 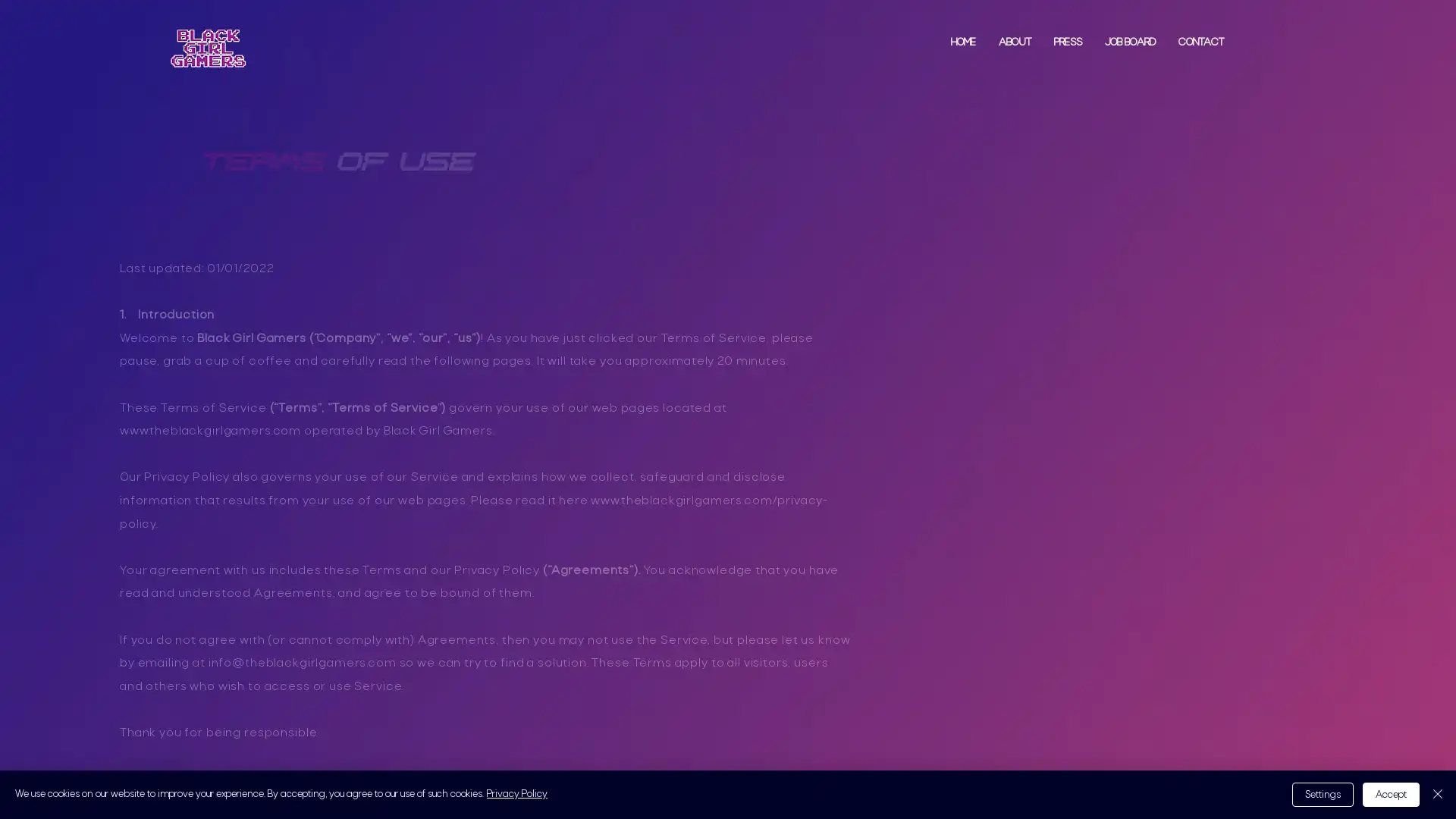 I want to click on Close, so click(x=1437, y=794).